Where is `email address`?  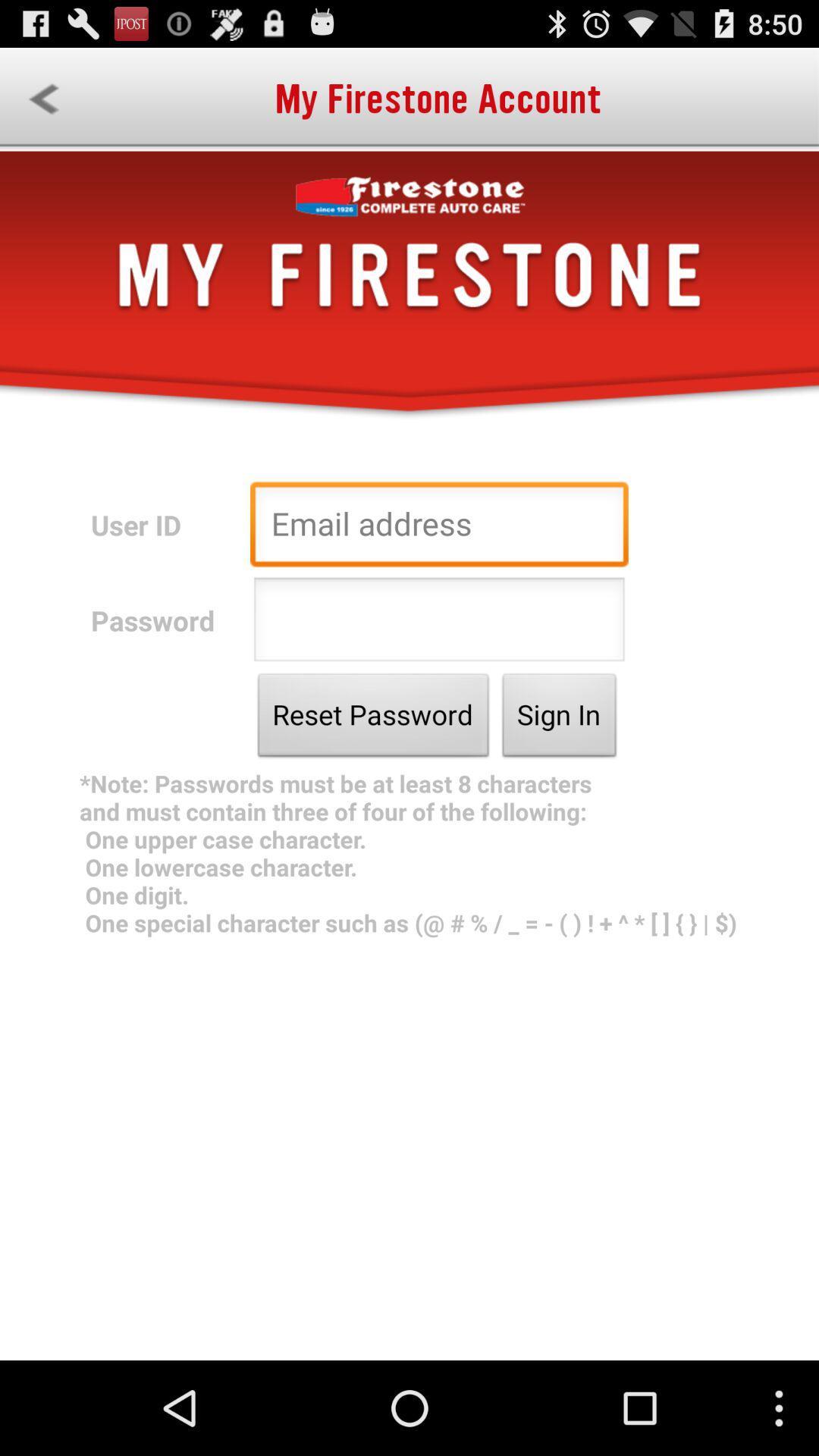
email address is located at coordinates (439, 528).